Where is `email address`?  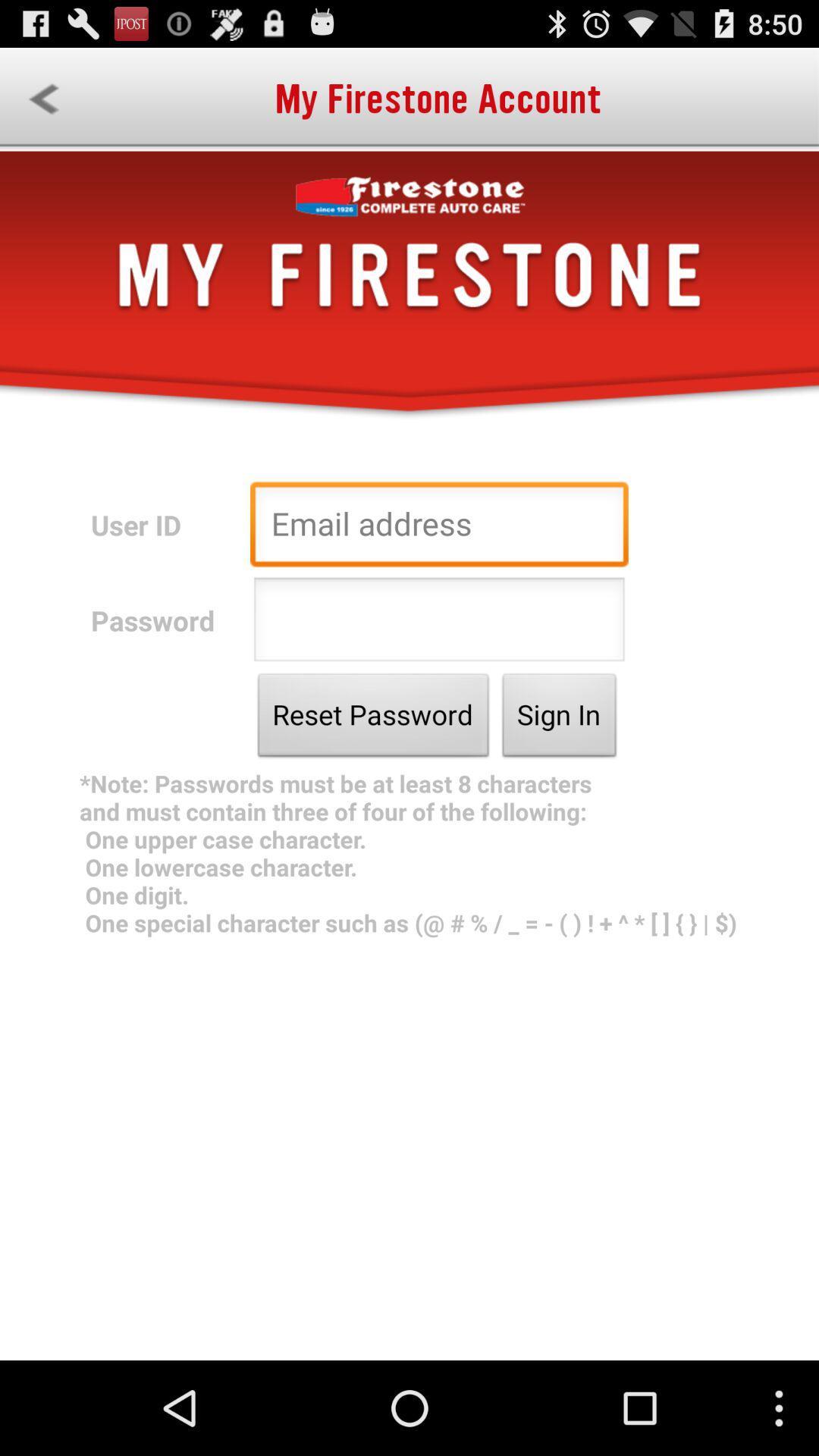
email address is located at coordinates (439, 528).